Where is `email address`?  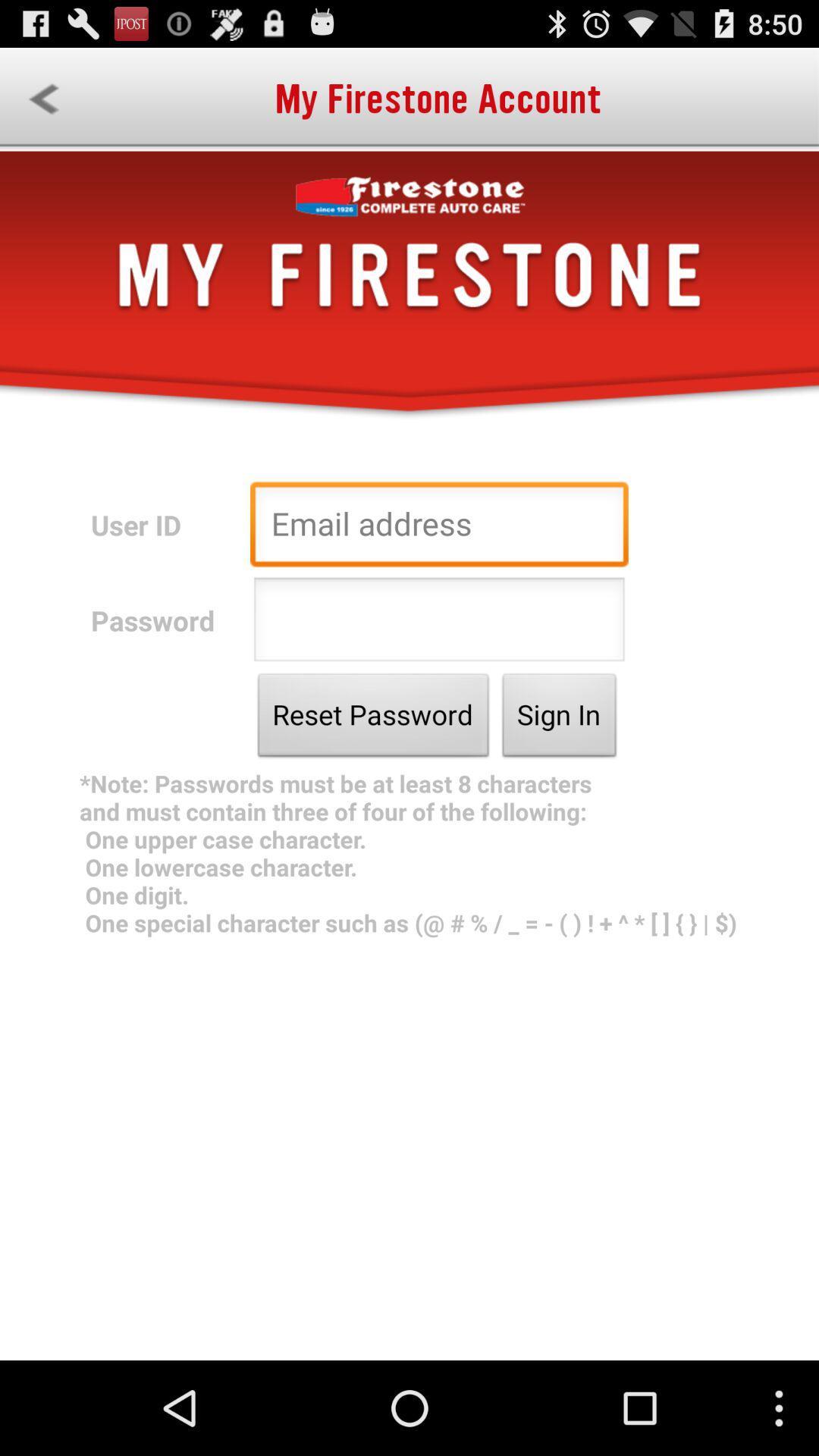
email address is located at coordinates (439, 528).